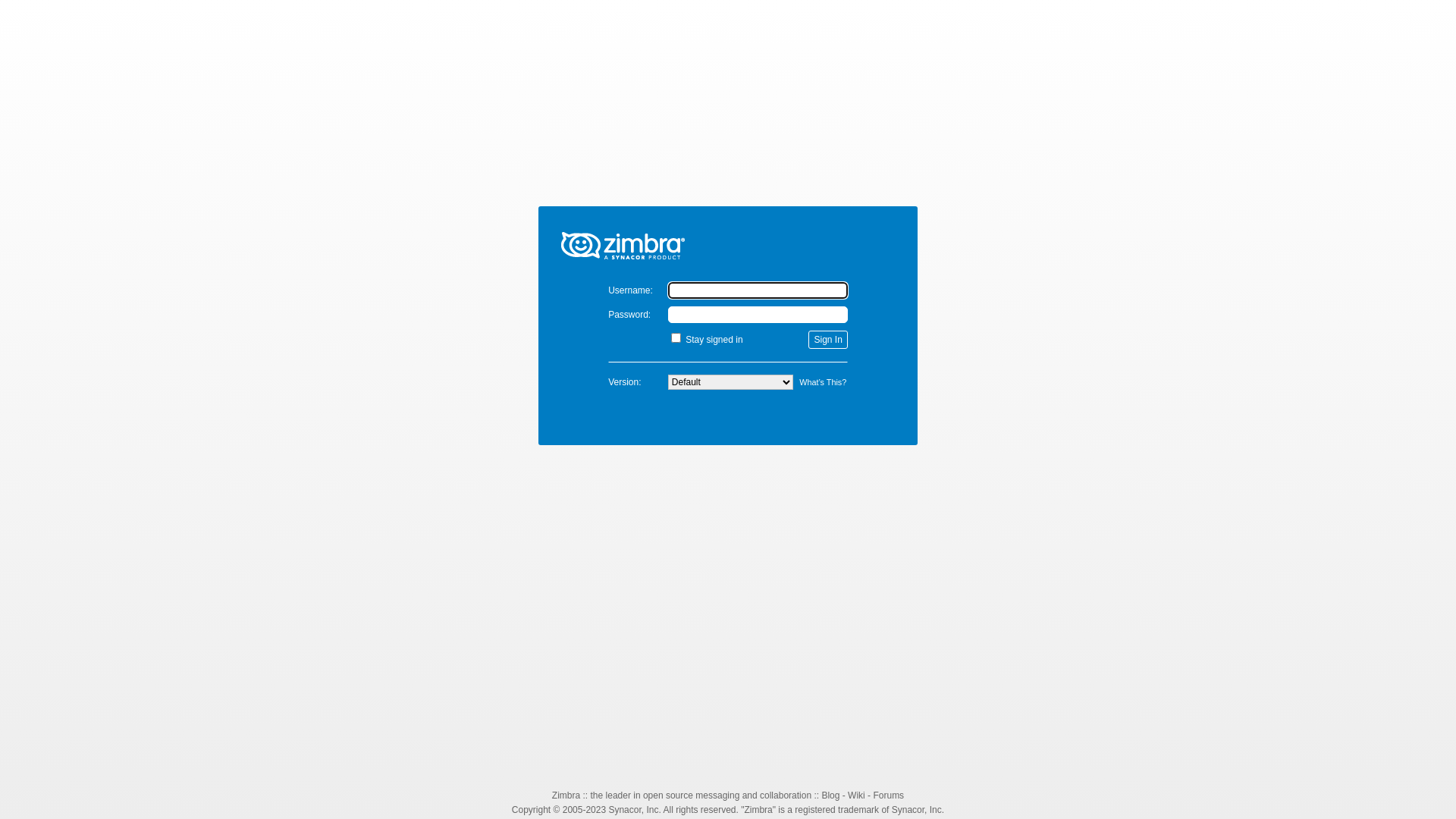 The image size is (1456, 819). What do you see at coordinates (827, 338) in the screenshot?
I see `'Sign In'` at bounding box center [827, 338].